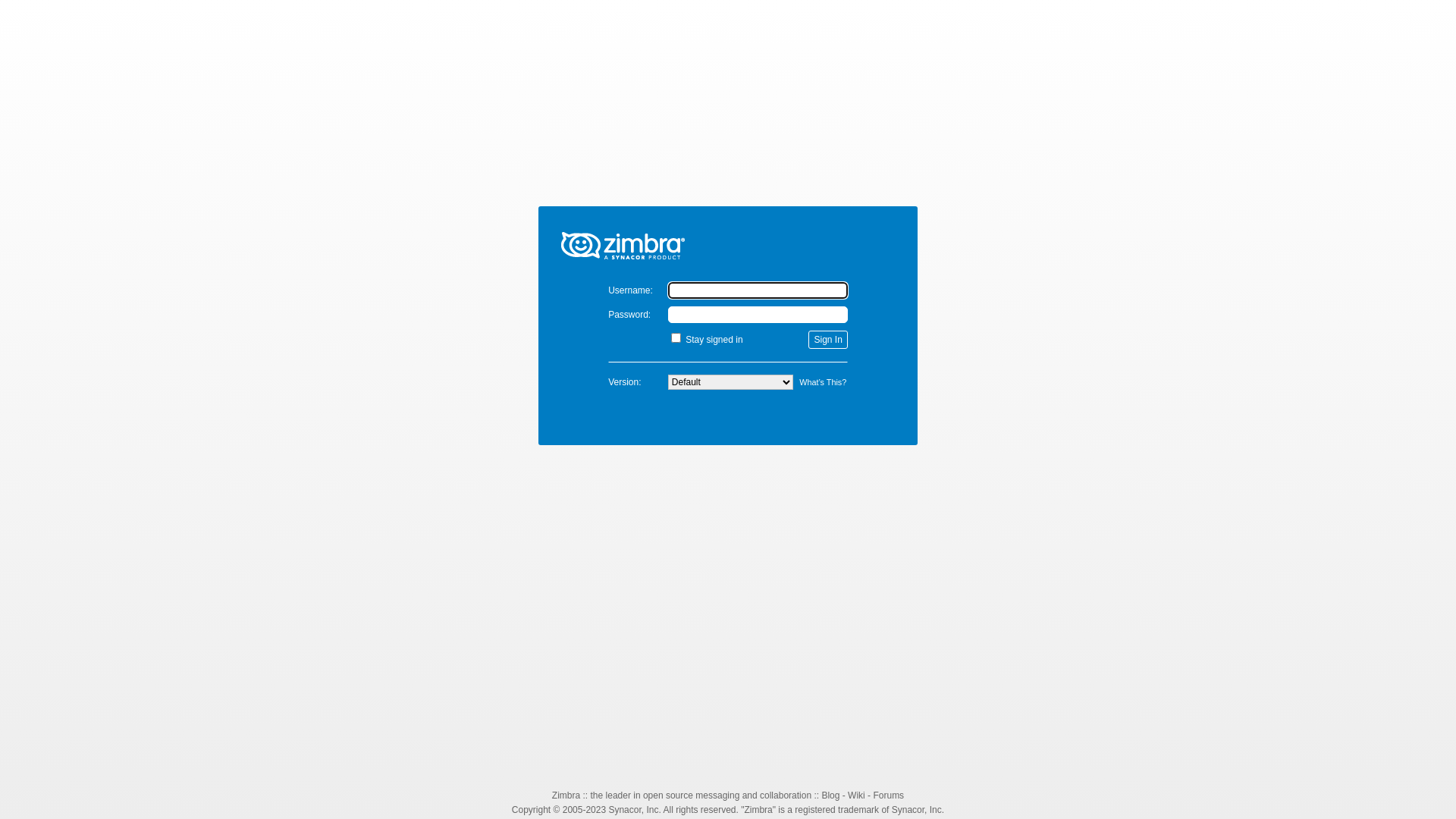 The image size is (1456, 819). What do you see at coordinates (827, 338) in the screenshot?
I see `'Sign In'` at bounding box center [827, 338].